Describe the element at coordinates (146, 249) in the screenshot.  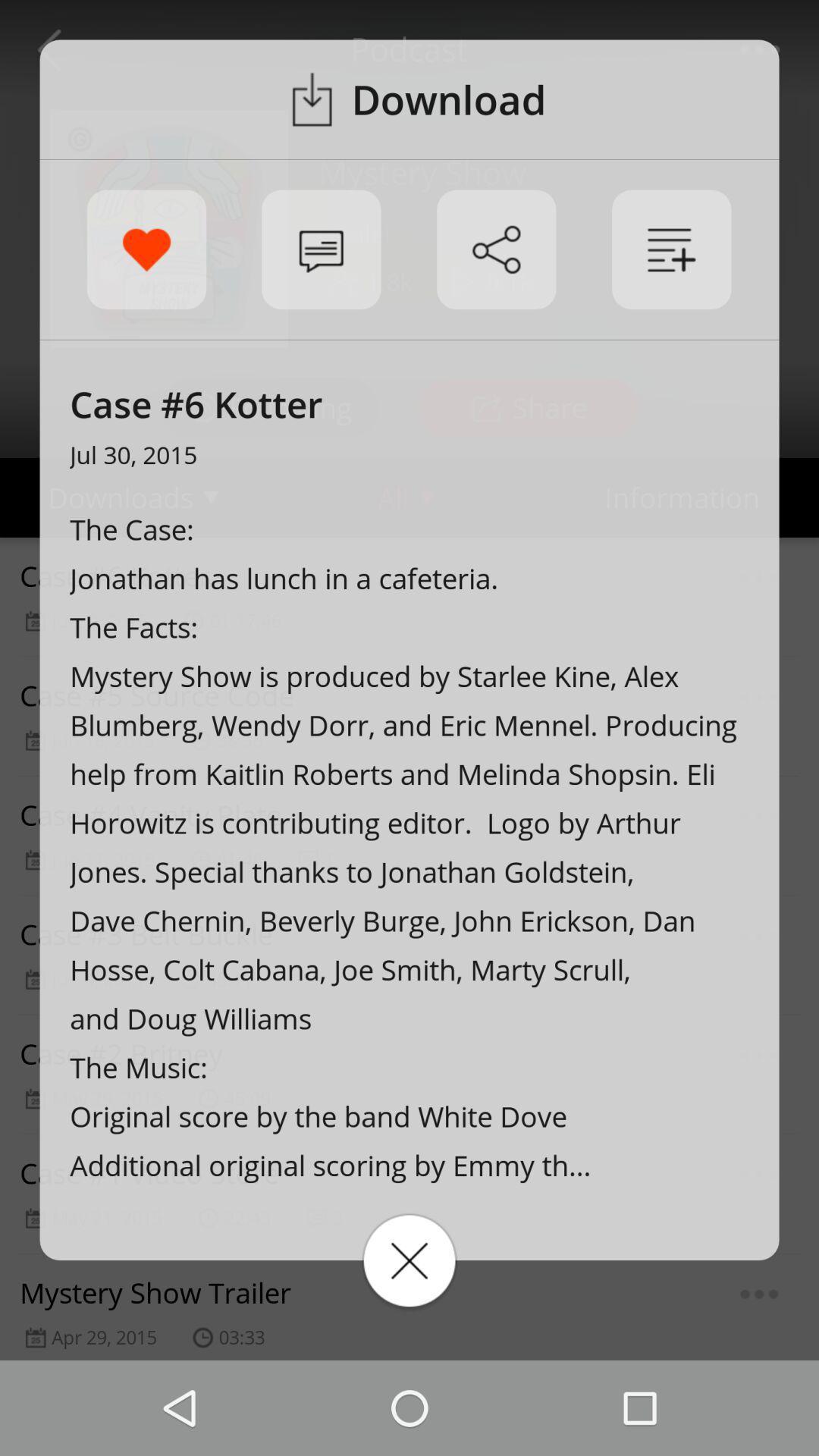
I see `item at the top left corner` at that location.